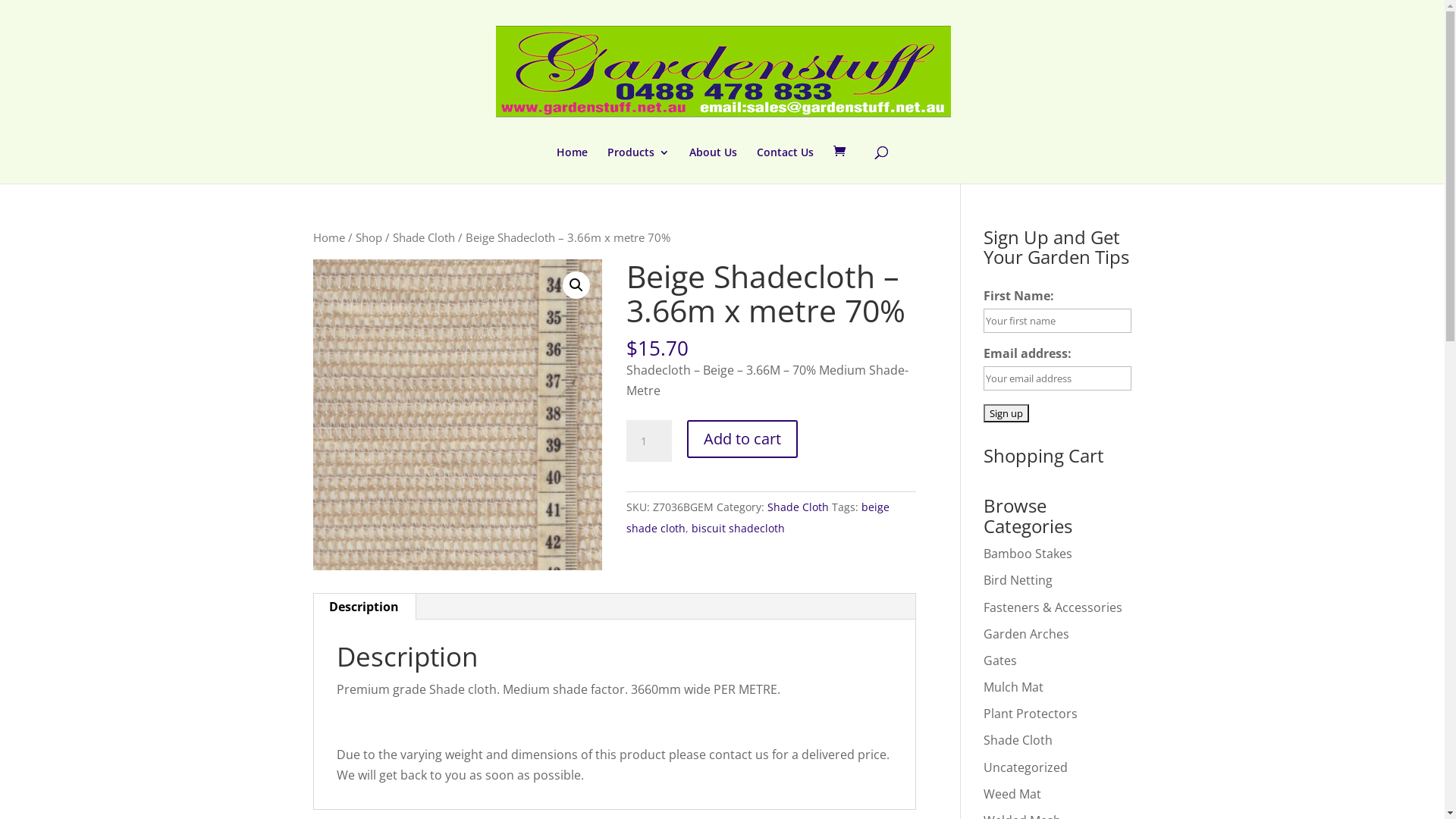 This screenshot has height=819, width=1456. Describe the element at coordinates (1006, 413) in the screenshot. I see `'Sign up'` at that location.